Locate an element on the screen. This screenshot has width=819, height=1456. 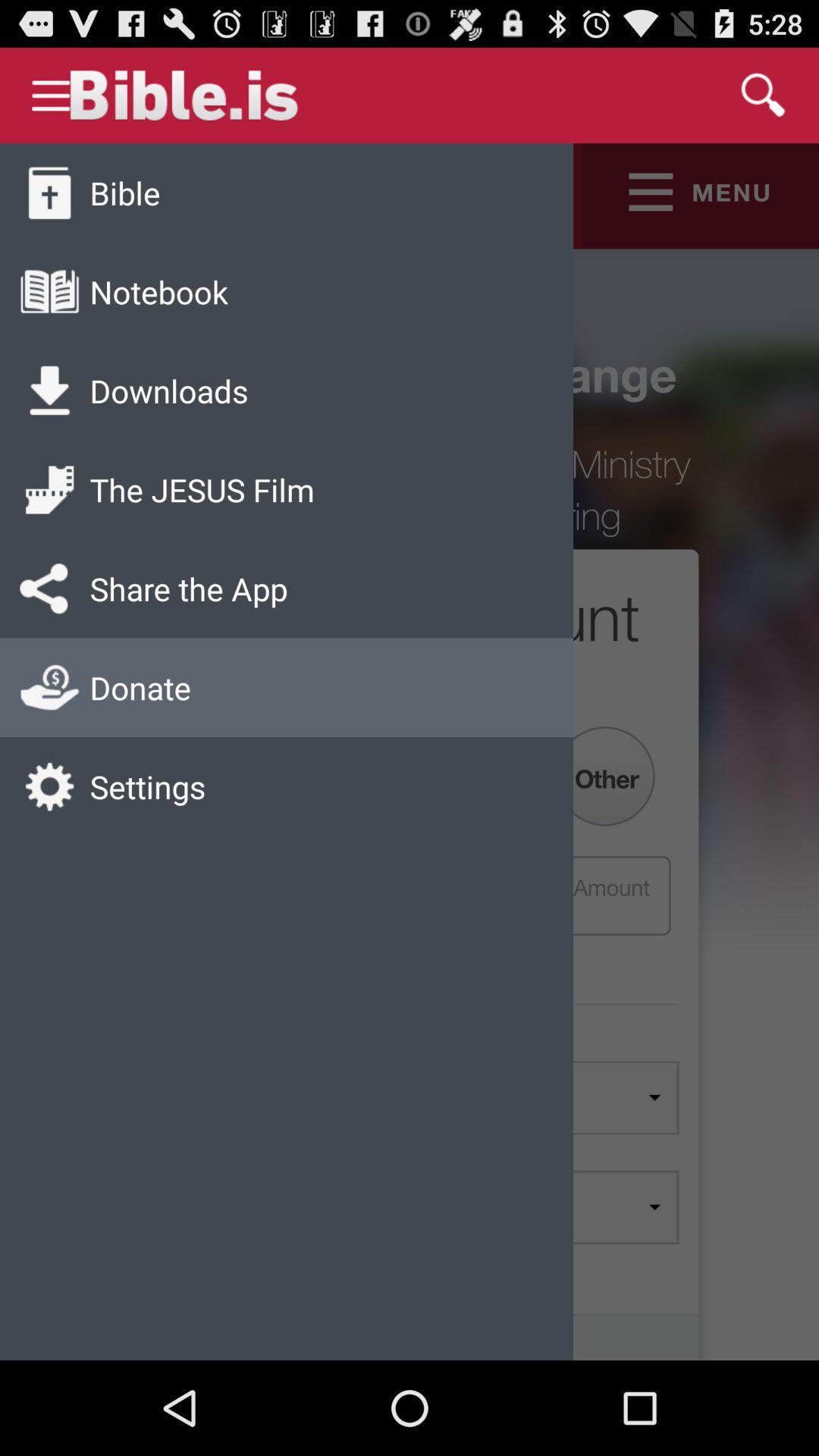
icon above donate icon is located at coordinates (188, 588).